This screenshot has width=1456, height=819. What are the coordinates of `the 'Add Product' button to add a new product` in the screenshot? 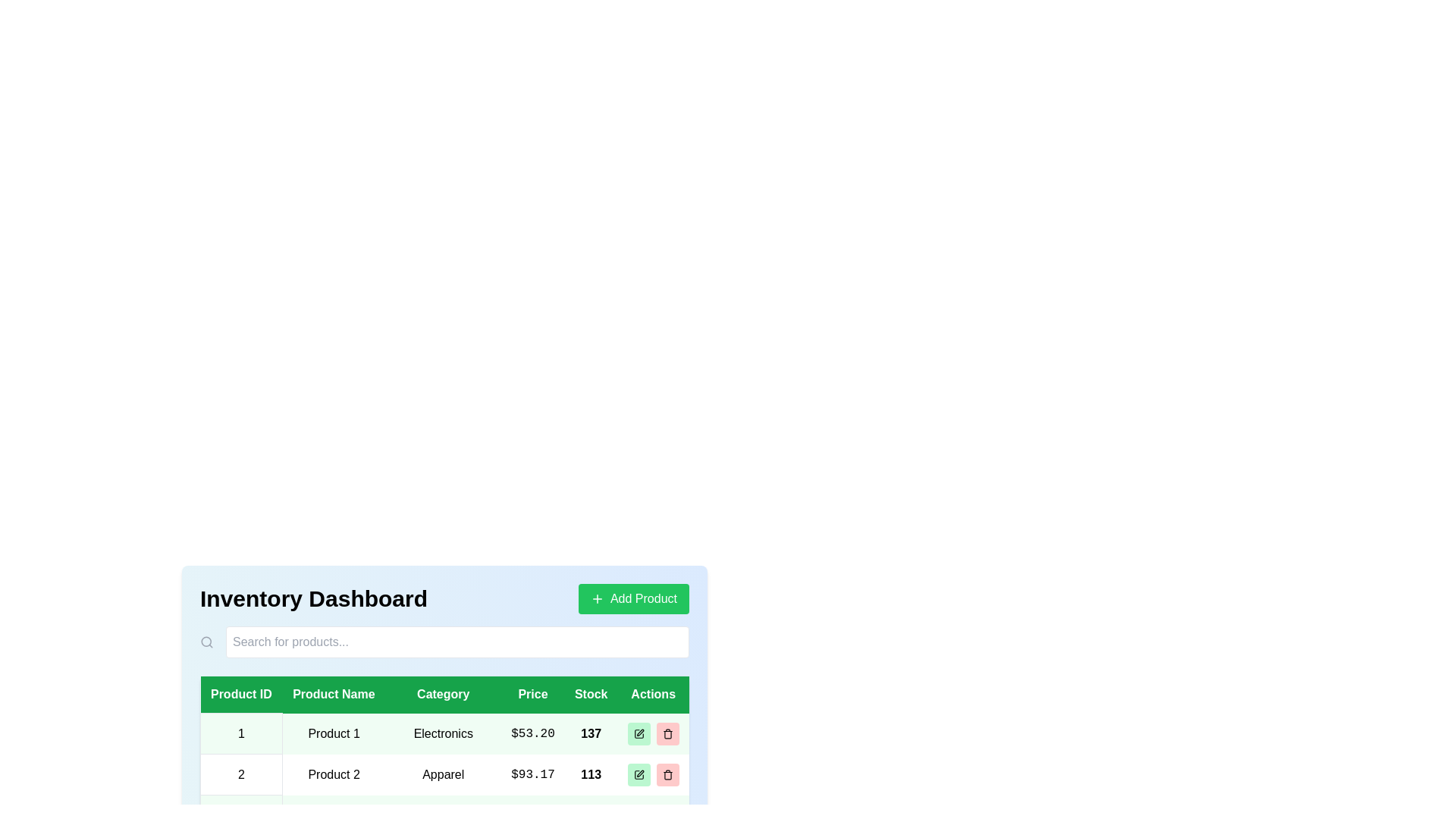 It's located at (633, 598).